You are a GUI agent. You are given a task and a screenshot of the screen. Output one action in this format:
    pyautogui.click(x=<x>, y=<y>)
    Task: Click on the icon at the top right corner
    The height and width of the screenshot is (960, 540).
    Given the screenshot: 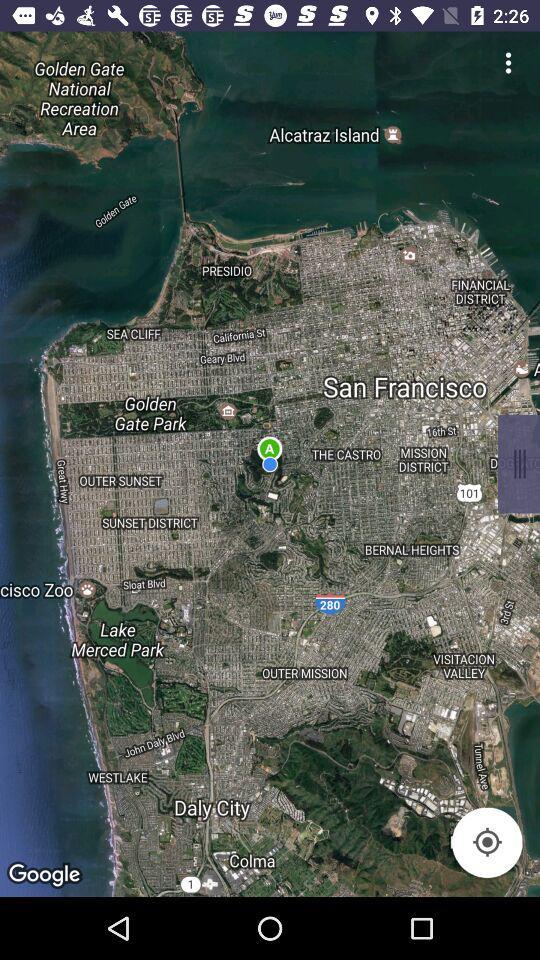 What is the action you would take?
    pyautogui.click(x=508, y=62)
    